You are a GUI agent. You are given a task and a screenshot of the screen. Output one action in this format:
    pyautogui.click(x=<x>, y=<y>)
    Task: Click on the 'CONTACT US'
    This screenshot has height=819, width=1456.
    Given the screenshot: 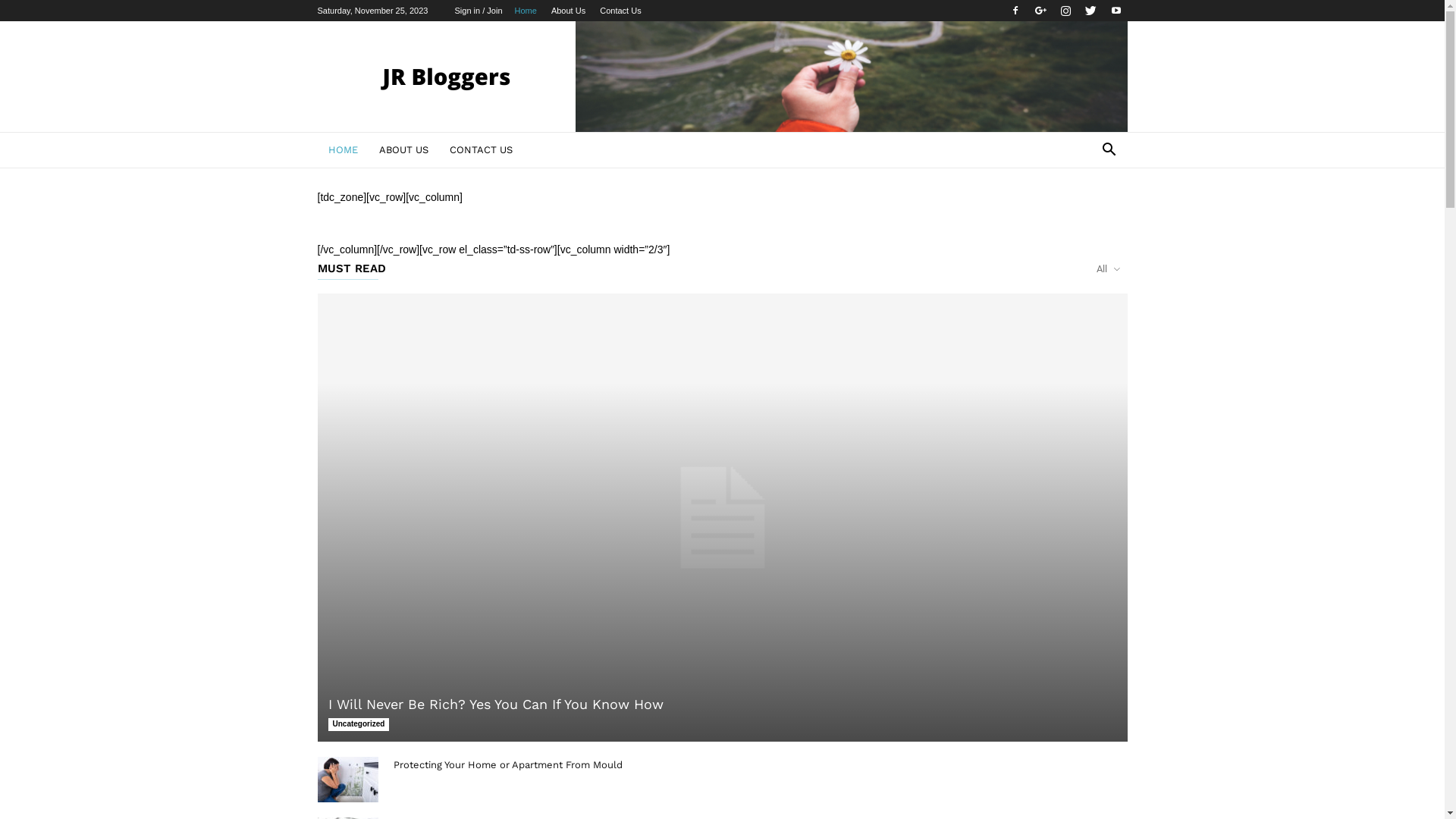 What is the action you would take?
    pyautogui.click(x=479, y=149)
    